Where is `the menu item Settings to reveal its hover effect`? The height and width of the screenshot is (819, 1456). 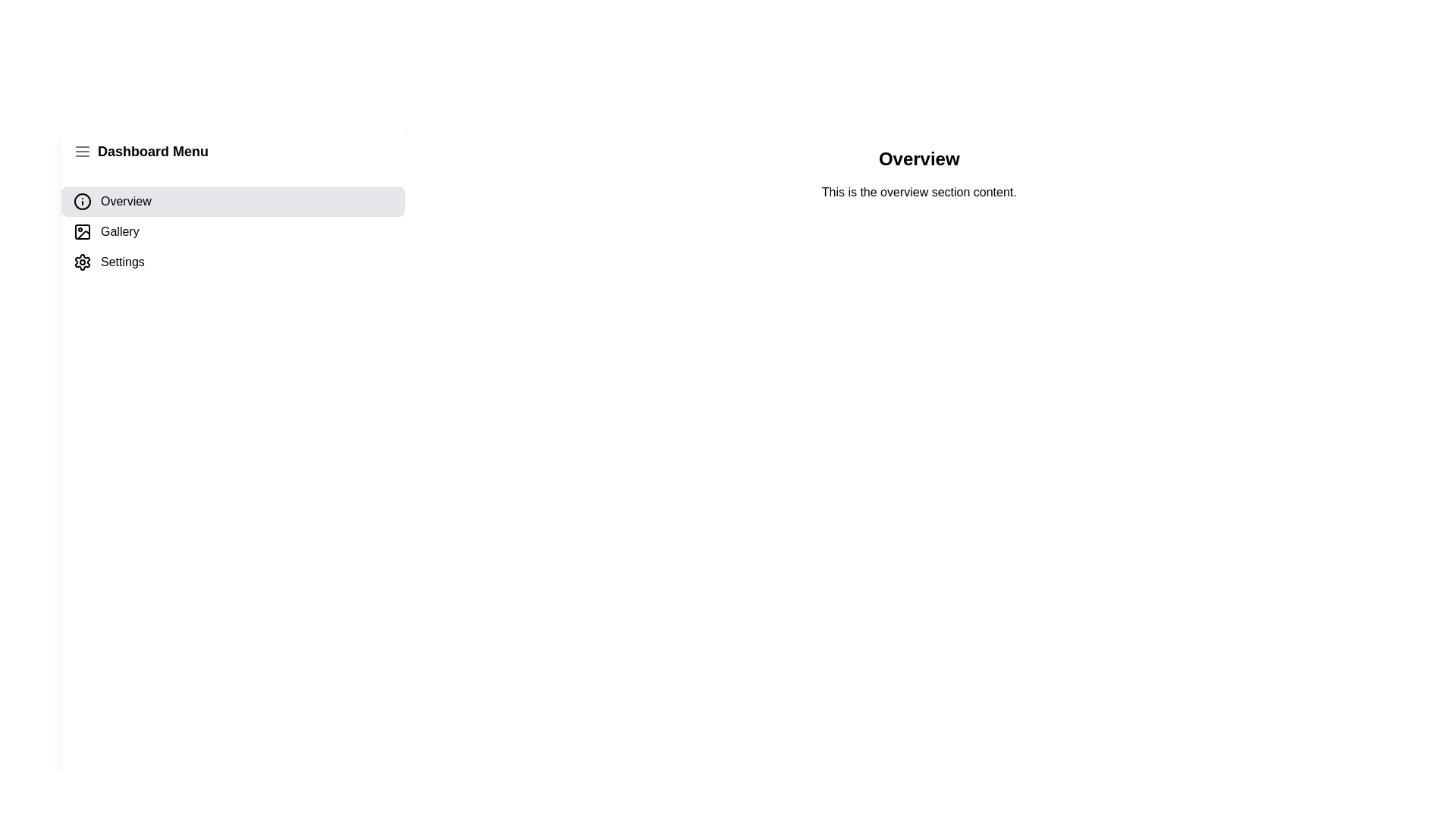 the menu item Settings to reveal its hover effect is located at coordinates (232, 262).